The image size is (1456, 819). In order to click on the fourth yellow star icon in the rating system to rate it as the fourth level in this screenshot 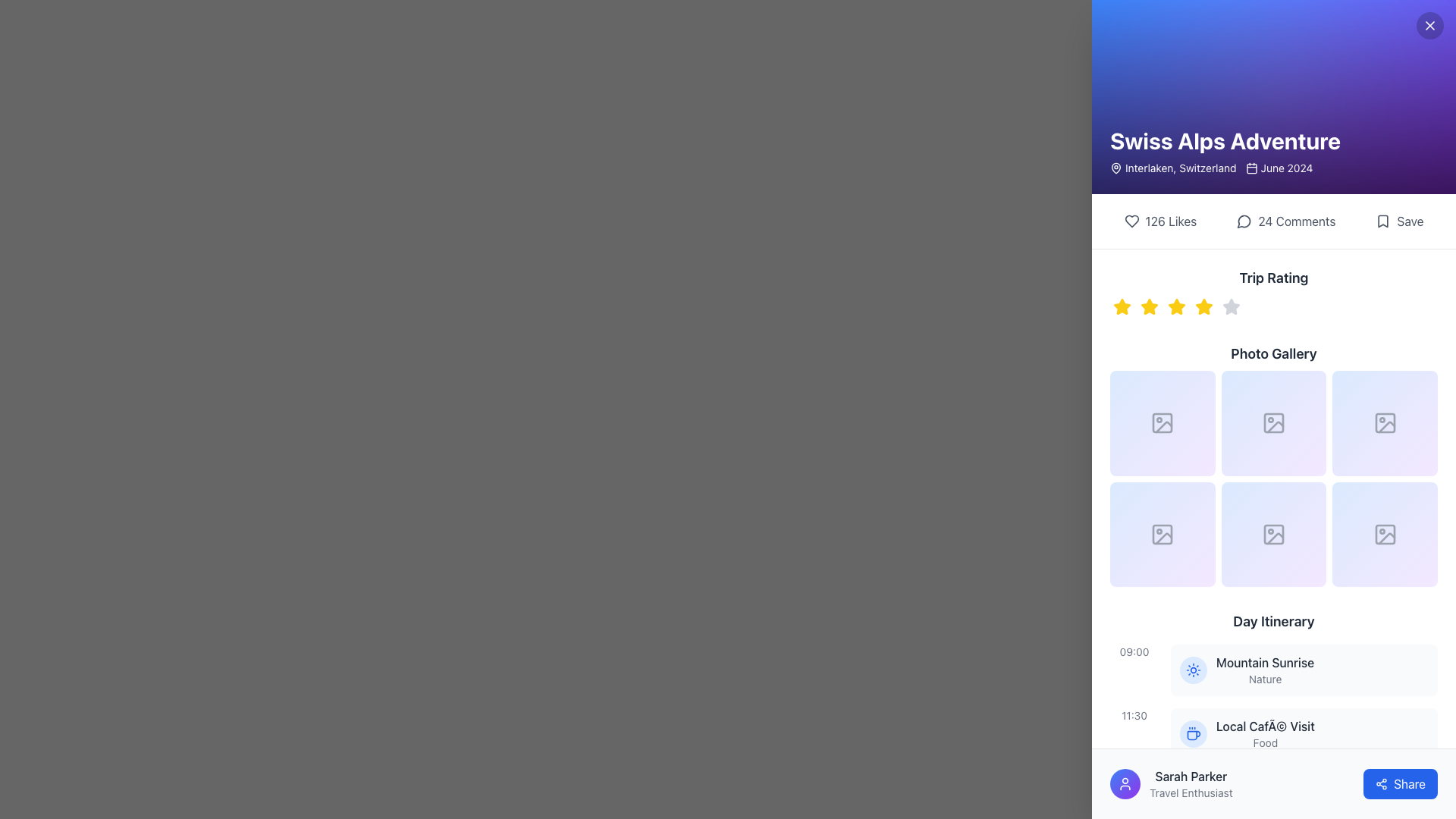, I will do `click(1203, 307)`.